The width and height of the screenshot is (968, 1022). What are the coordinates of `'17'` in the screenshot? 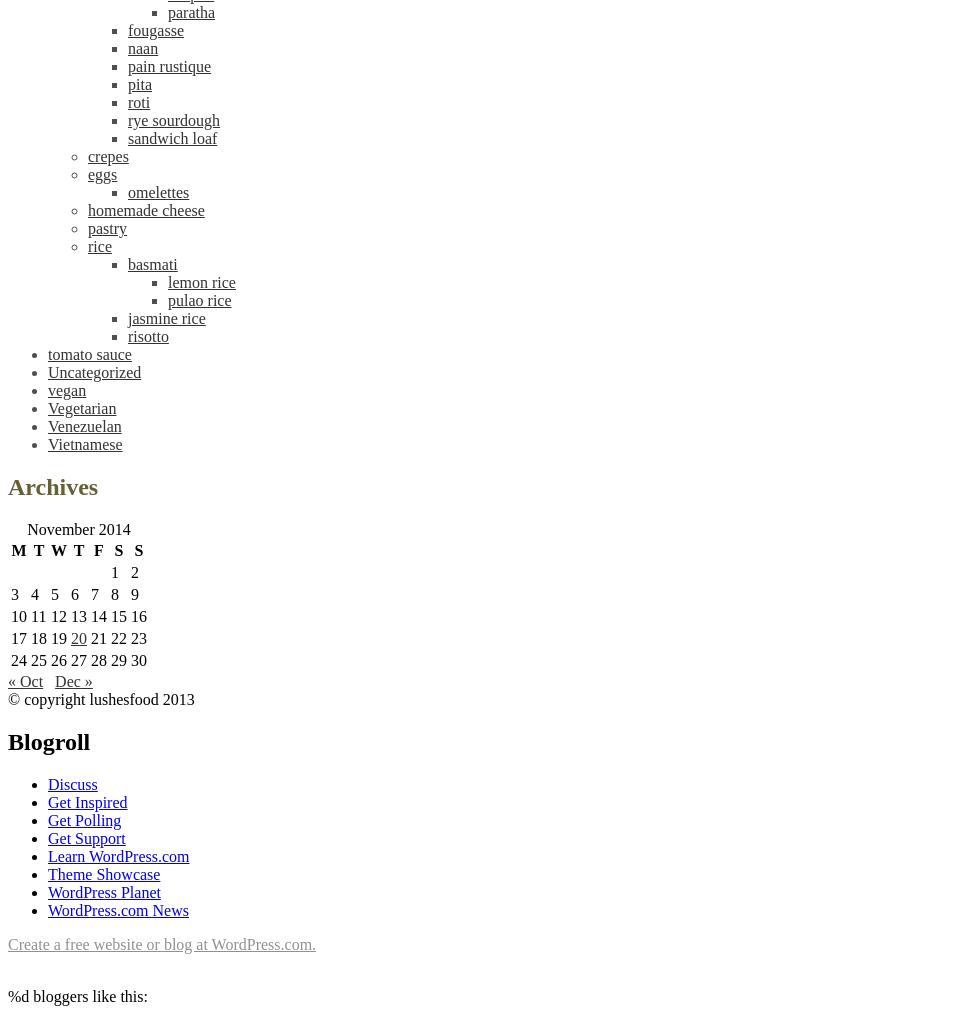 It's located at (18, 638).